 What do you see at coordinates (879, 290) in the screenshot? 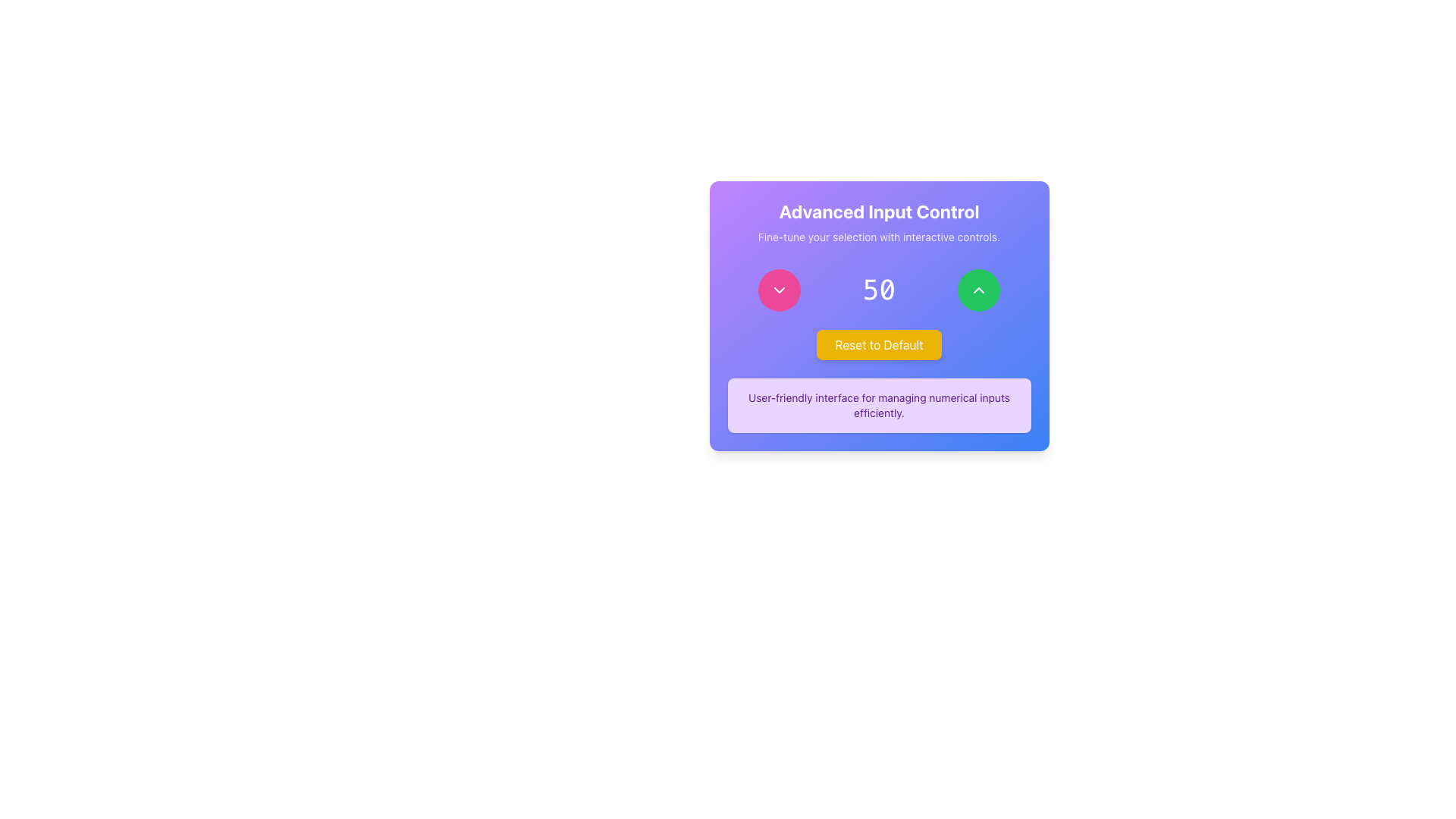
I see `the large number '50' displayed in white with a monospaced font style, centered within a card-like component against a purple background` at bounding box center [879, 290].